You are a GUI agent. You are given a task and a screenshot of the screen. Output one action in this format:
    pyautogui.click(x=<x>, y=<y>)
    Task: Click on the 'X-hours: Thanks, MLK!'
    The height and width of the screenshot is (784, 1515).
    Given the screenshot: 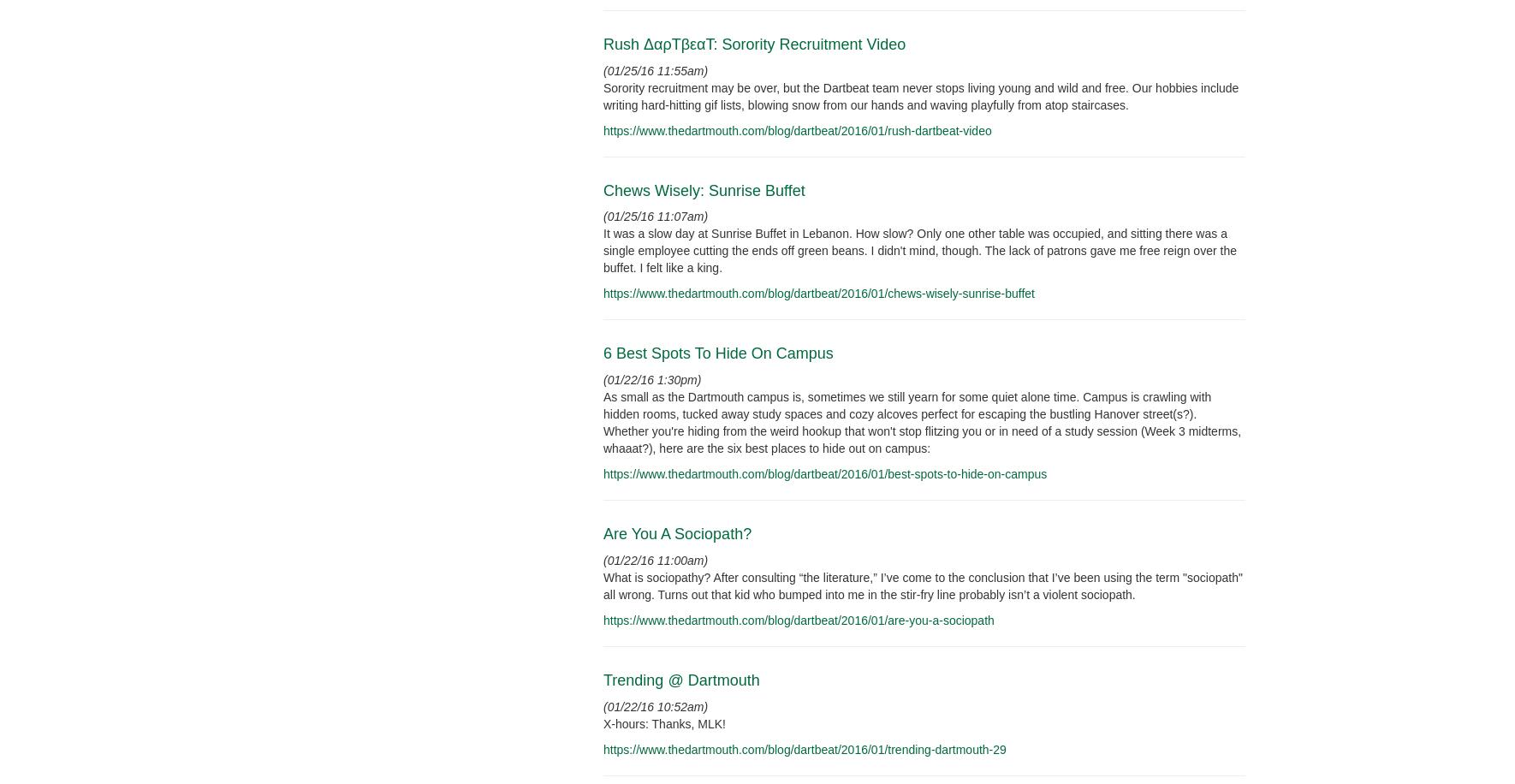 What is the action you would take?
    pyautogui.click(x=663, y=723)
    